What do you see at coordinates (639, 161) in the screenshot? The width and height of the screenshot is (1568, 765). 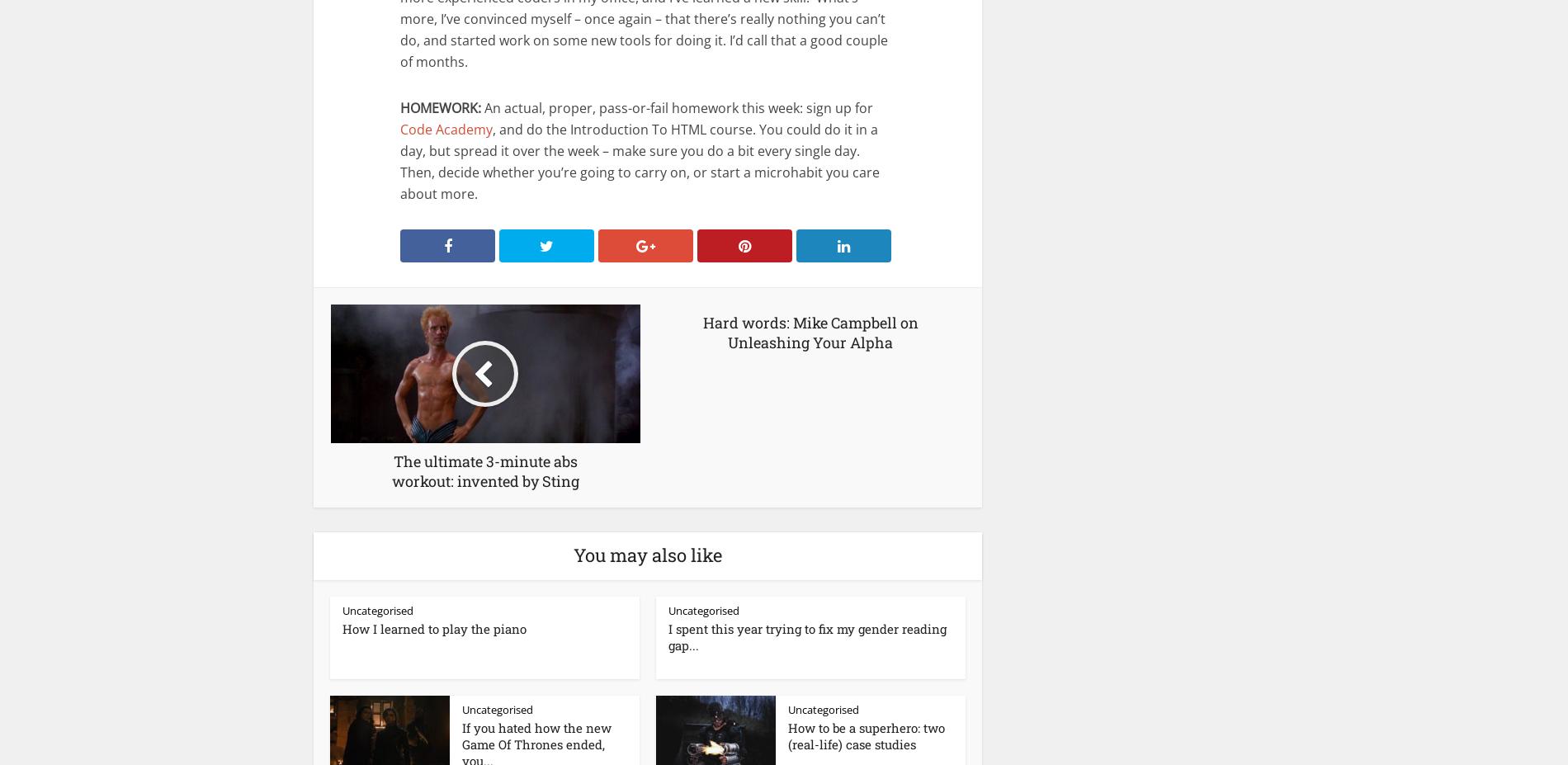 I see `', and do the Introduction To HTML course. You could do it in a day, but spread it over the week – make sure you do a bit every single day. Then, decide whether you’re going to carry on, or start a microhabit you care about more.'` at bounding box center [639, 161].